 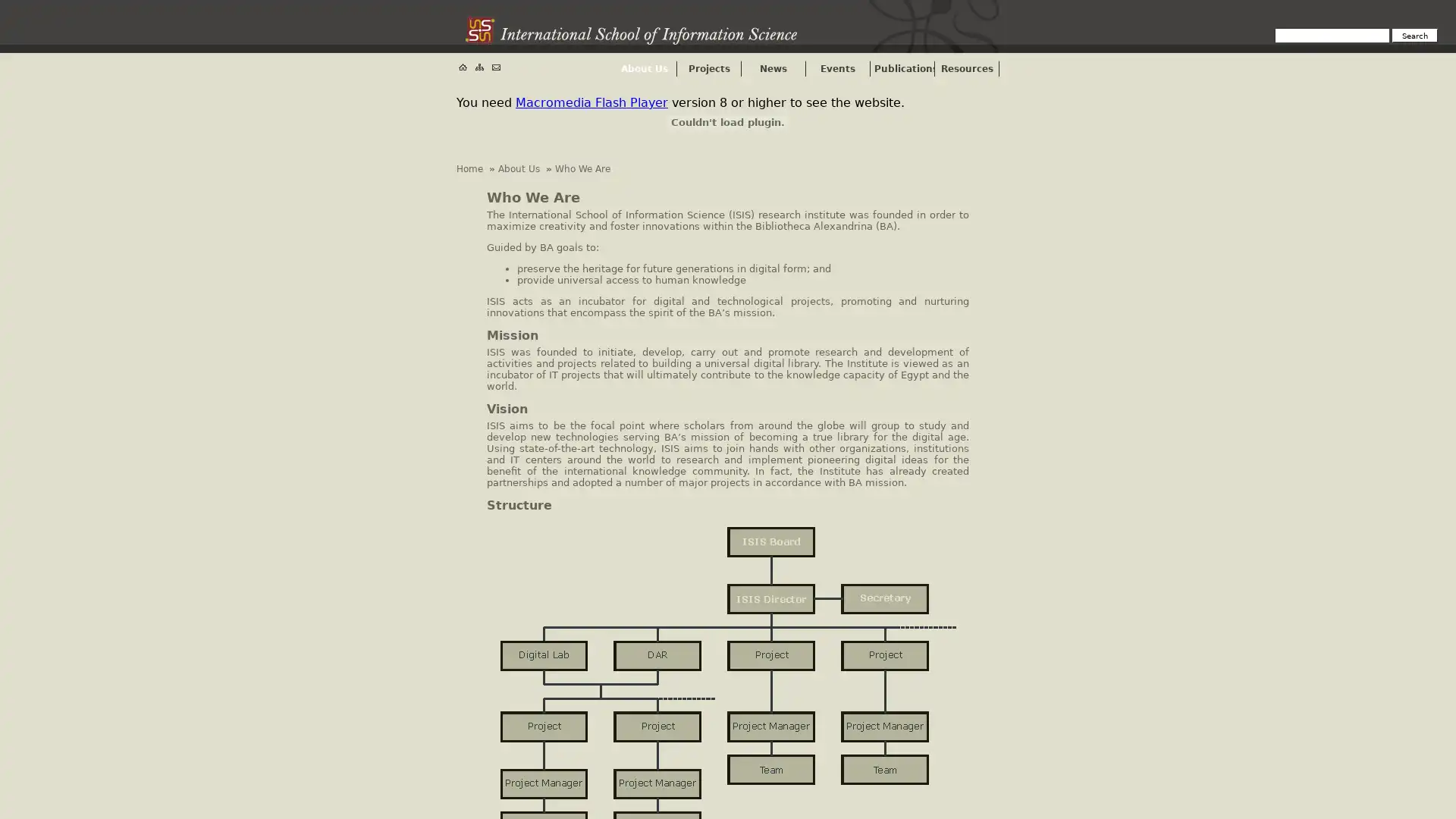 I want to click on Search, so click(x=1414, y=34).